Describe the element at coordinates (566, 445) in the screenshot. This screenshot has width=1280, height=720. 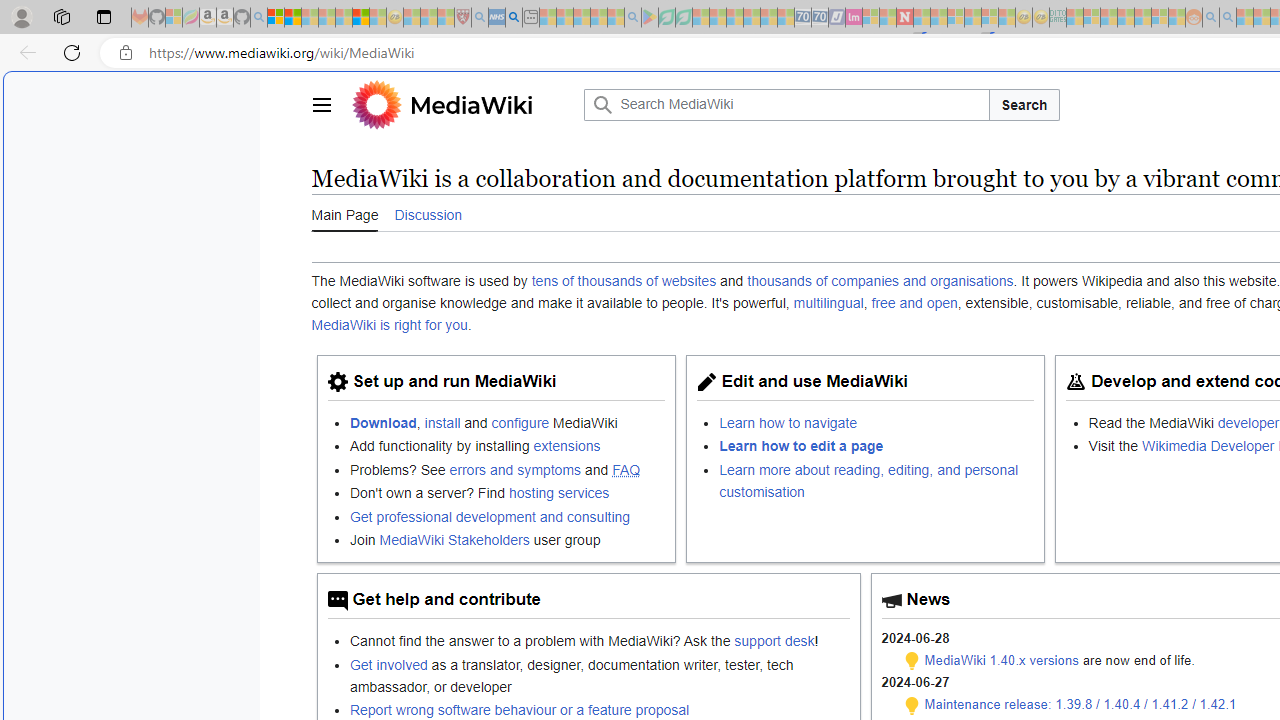
I see `'extensions'` at that location.